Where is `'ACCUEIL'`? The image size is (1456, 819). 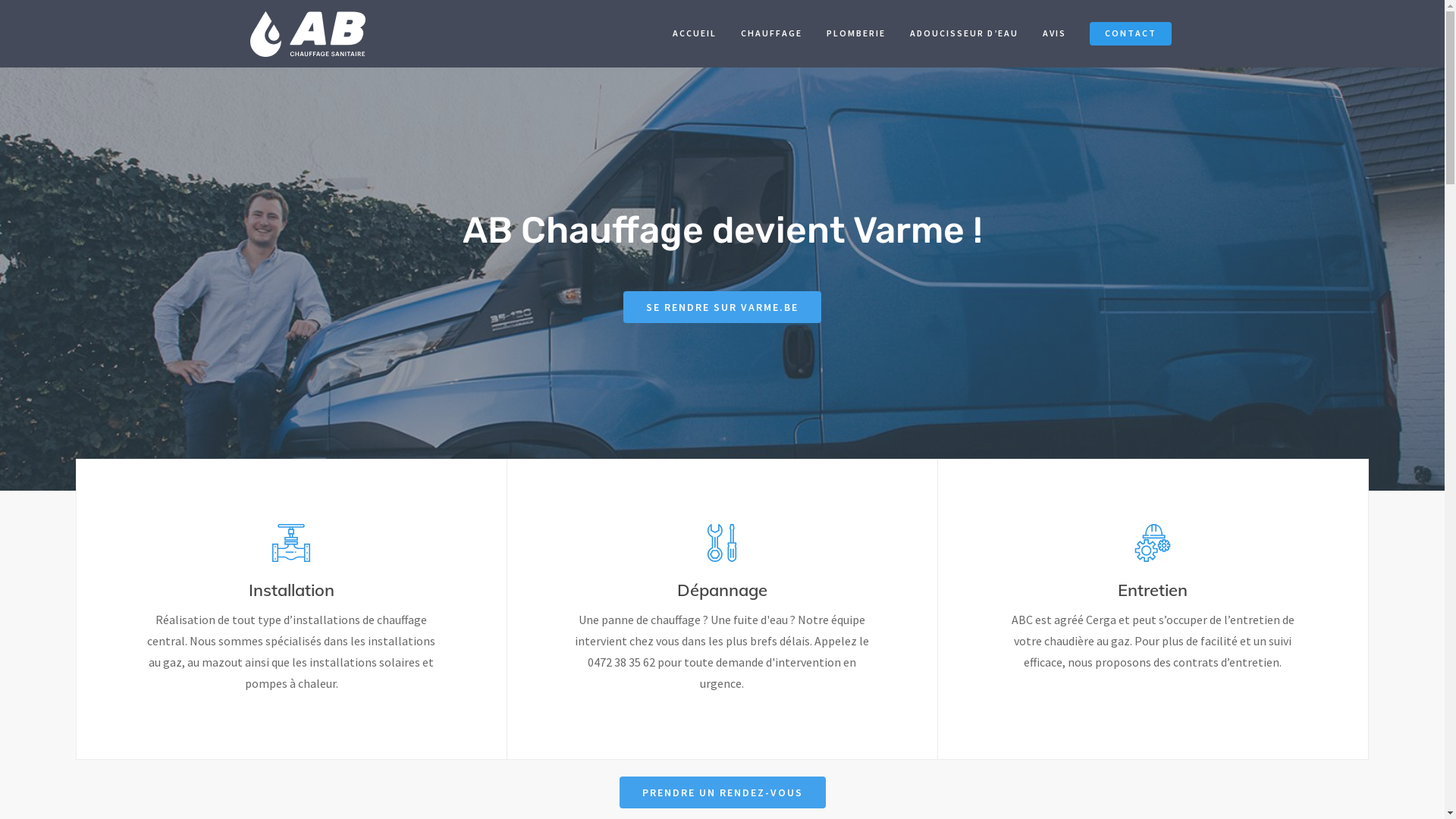
'ACCUEIL' is located at coordinates (694, 38).